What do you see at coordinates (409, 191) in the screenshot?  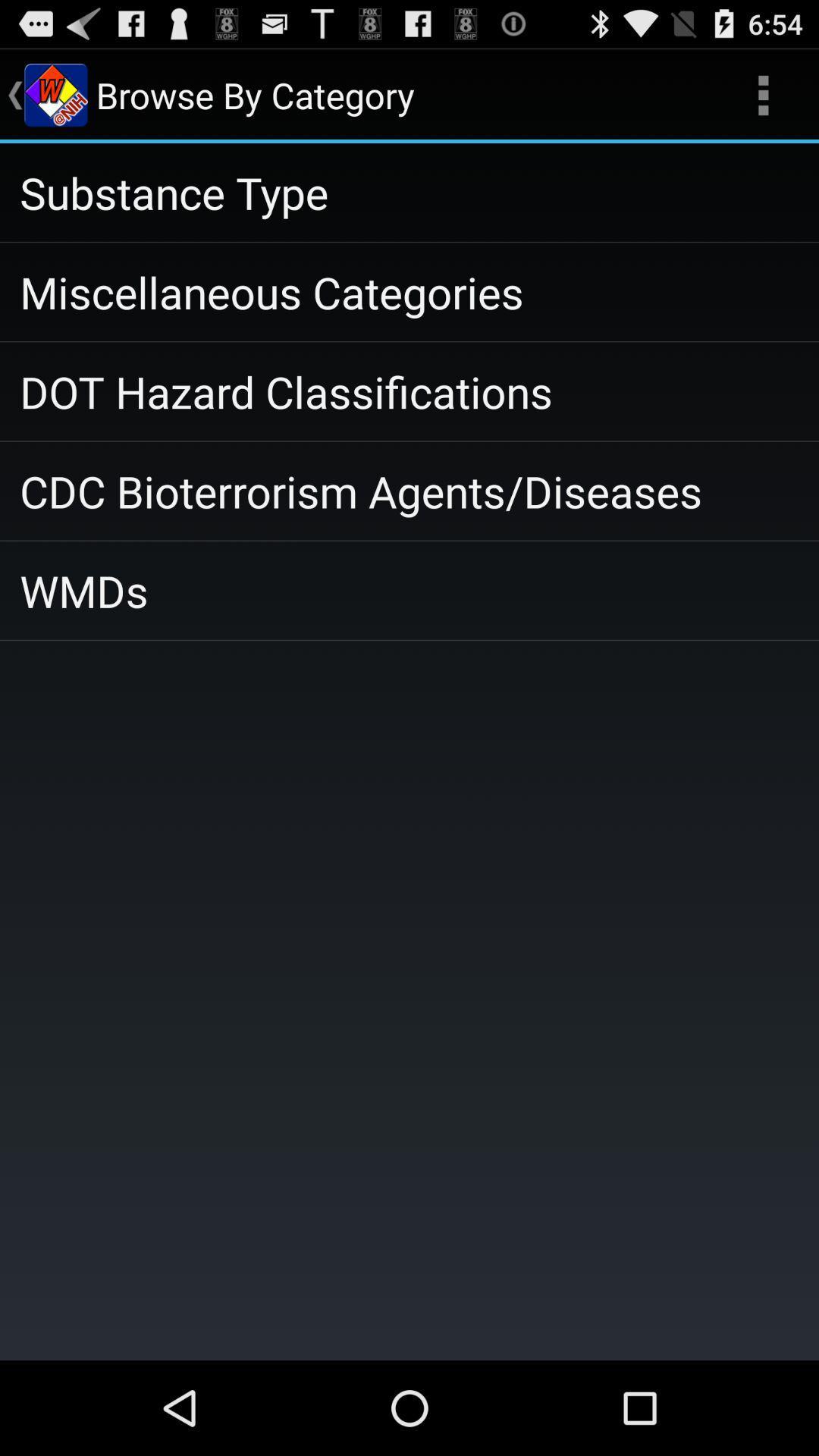 I see `substance type` at bounding box center [409, 191].